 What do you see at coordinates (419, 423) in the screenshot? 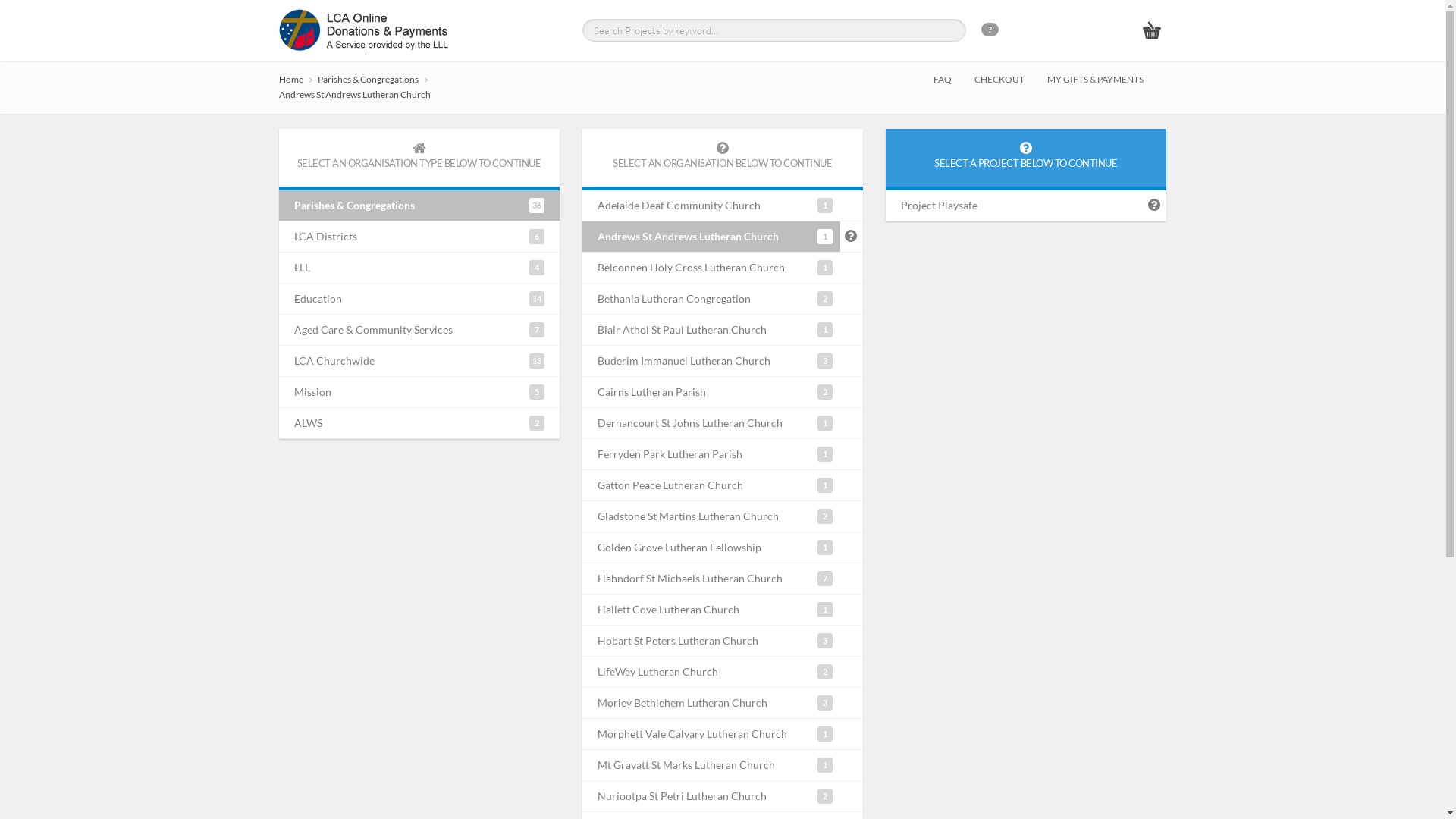
I see `'2` at bounding box center [419, 423].